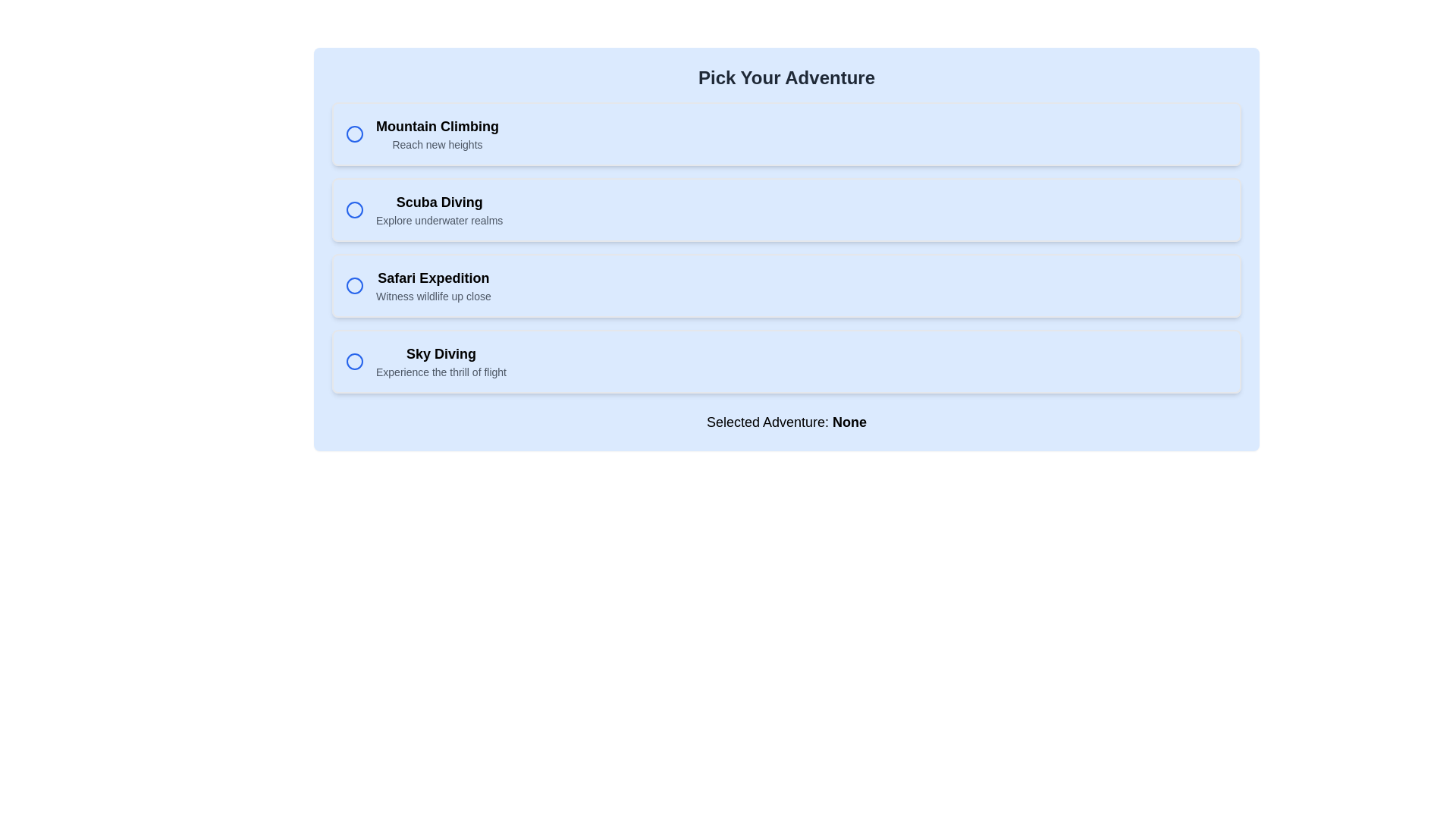 The width and height of the screenshot is (1456, 819). What do you see at coordinates (353, 362) in the screenshot?
I see `the central circular component of the fourth selectable option labeled 'Sky Diving'` at bounding box center [353, 362].